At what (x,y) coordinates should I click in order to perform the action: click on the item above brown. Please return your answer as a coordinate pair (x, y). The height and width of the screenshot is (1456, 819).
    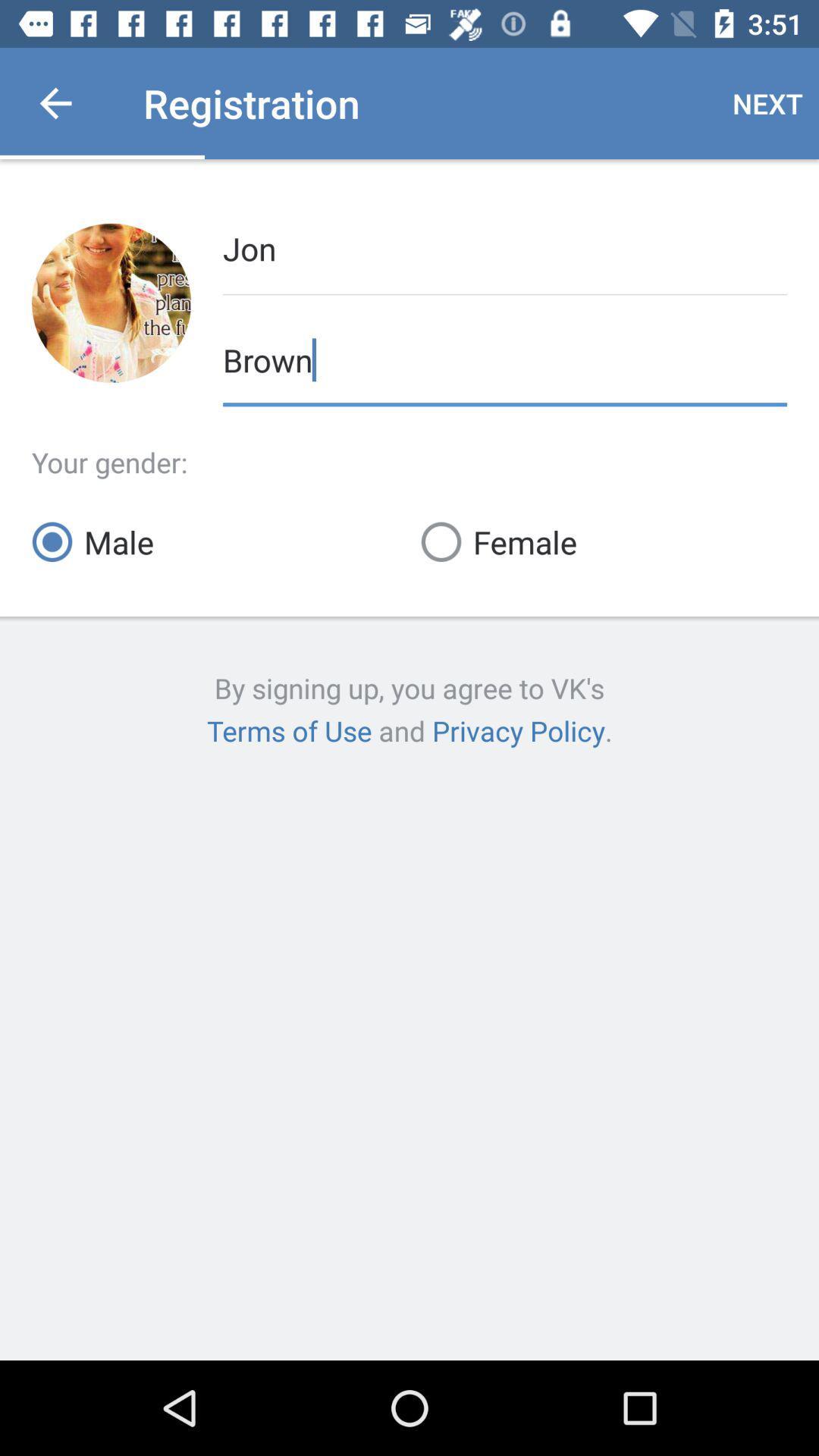
    Looking at the image, I should click on (505, 247).